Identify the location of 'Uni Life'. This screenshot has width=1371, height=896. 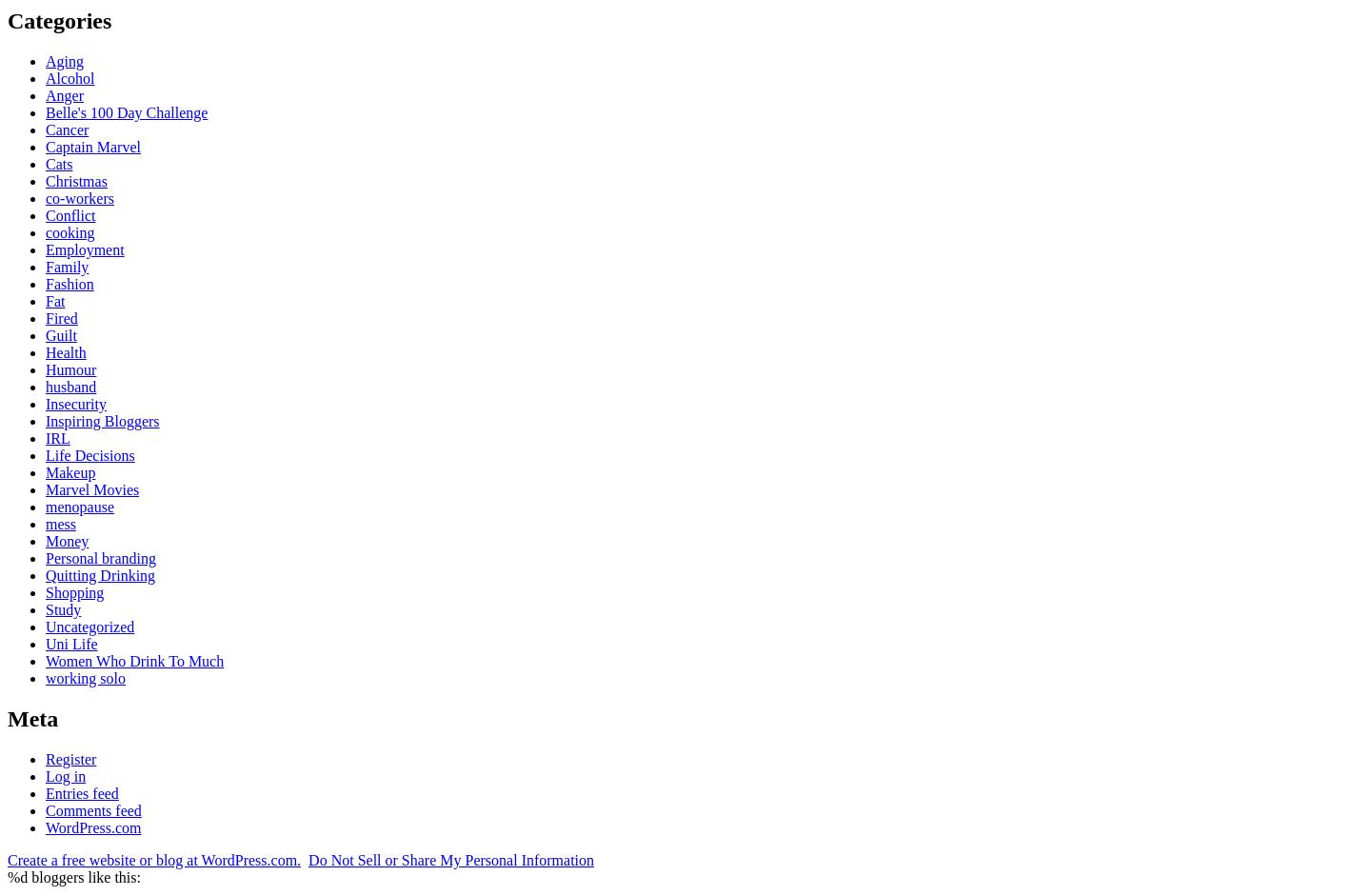
(44, 642).